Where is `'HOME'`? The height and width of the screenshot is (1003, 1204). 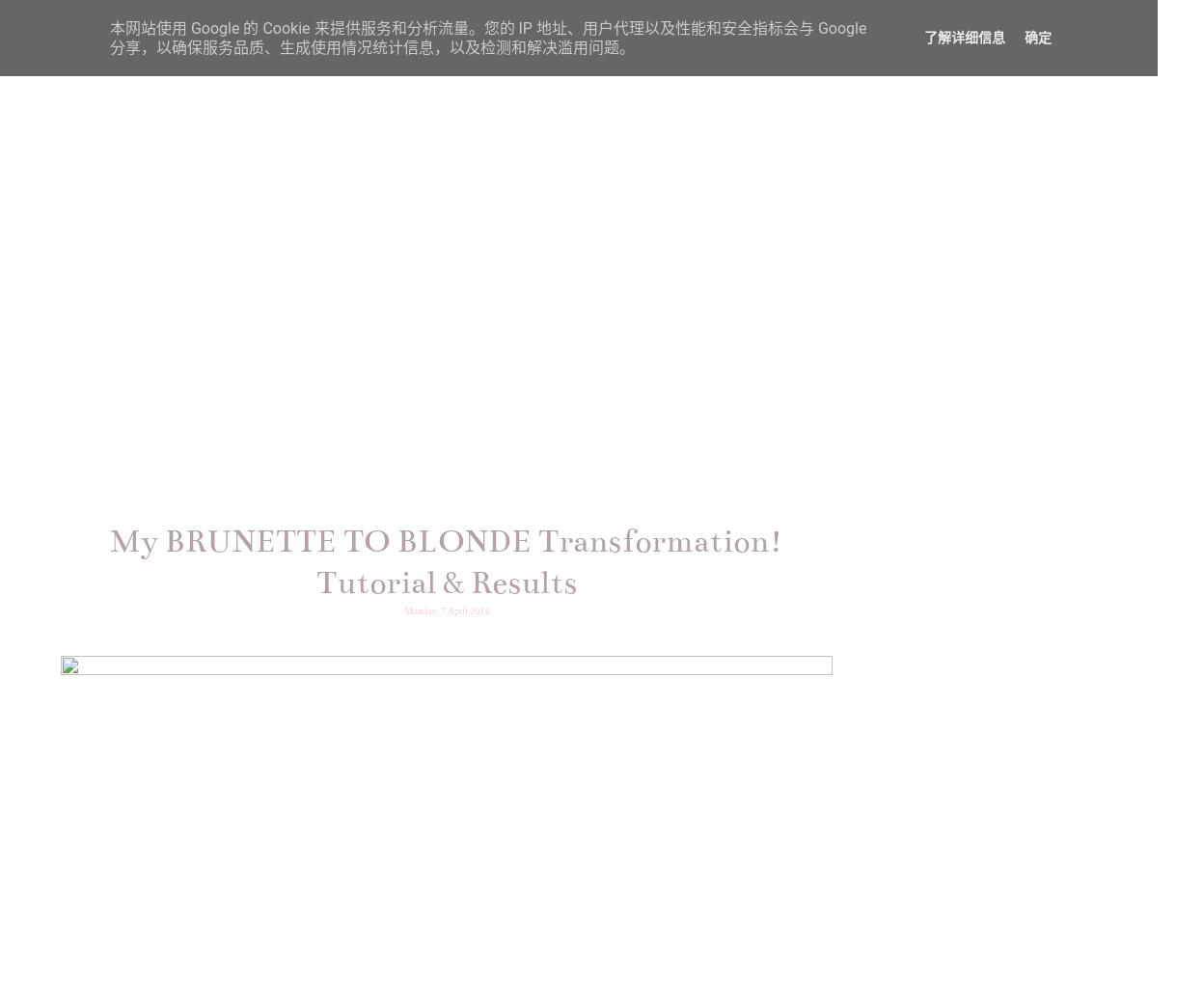 'HOME' is located at coordinates (406, 68).